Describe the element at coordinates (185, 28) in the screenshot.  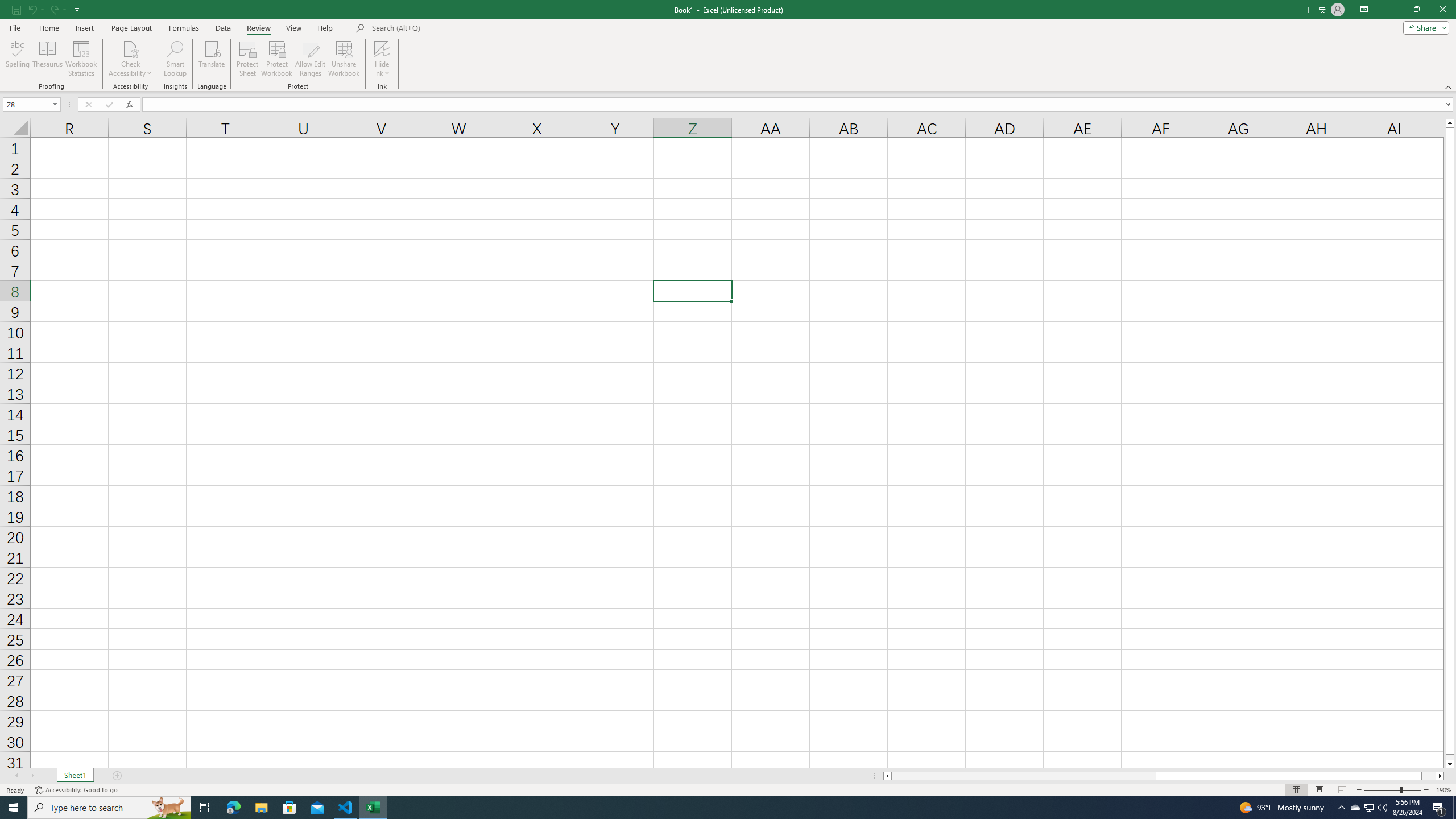
I see `'Formulas'` at that location.